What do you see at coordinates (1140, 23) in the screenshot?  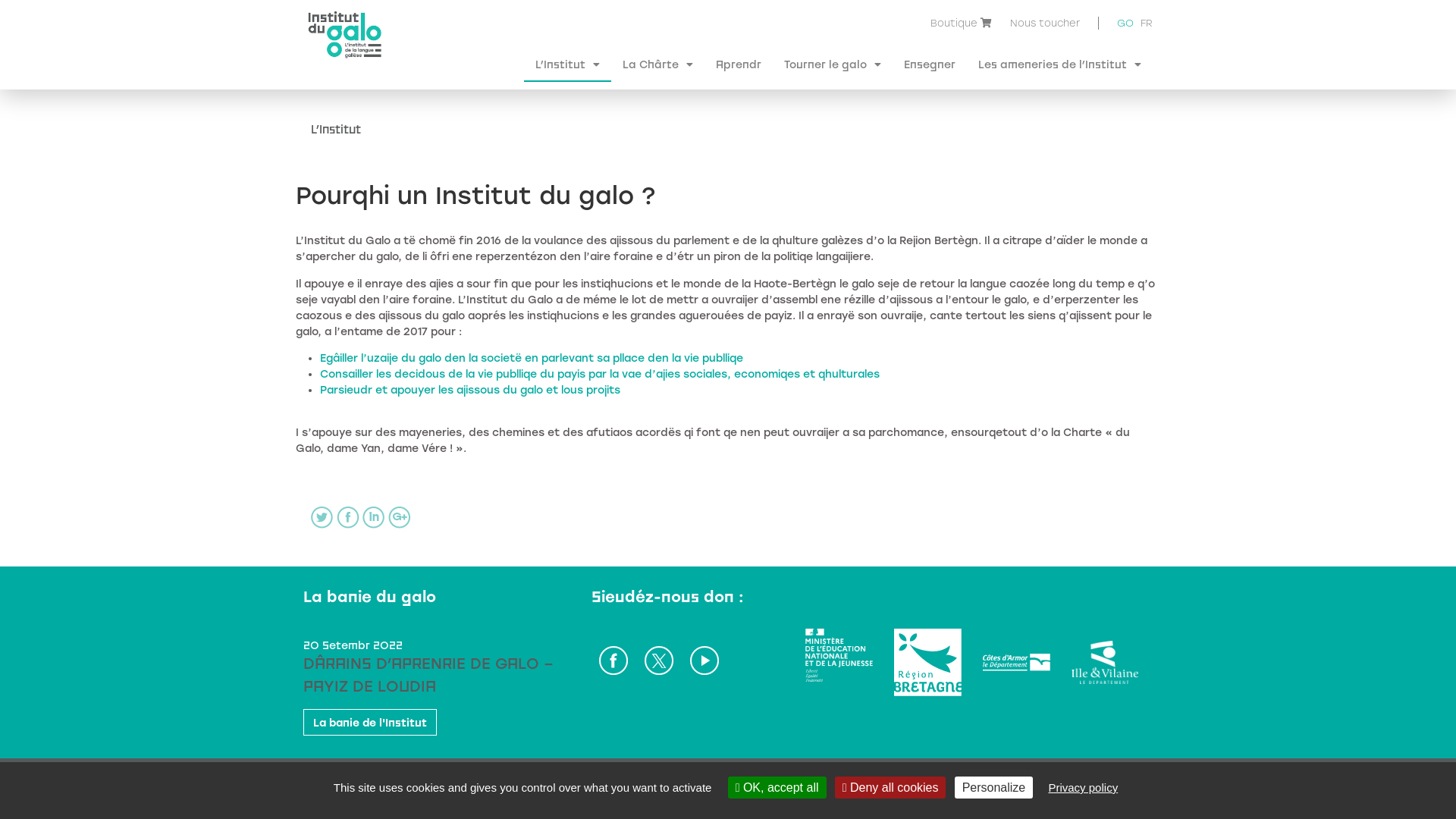 I see `'FR'` at bounding box center [1140, 23].